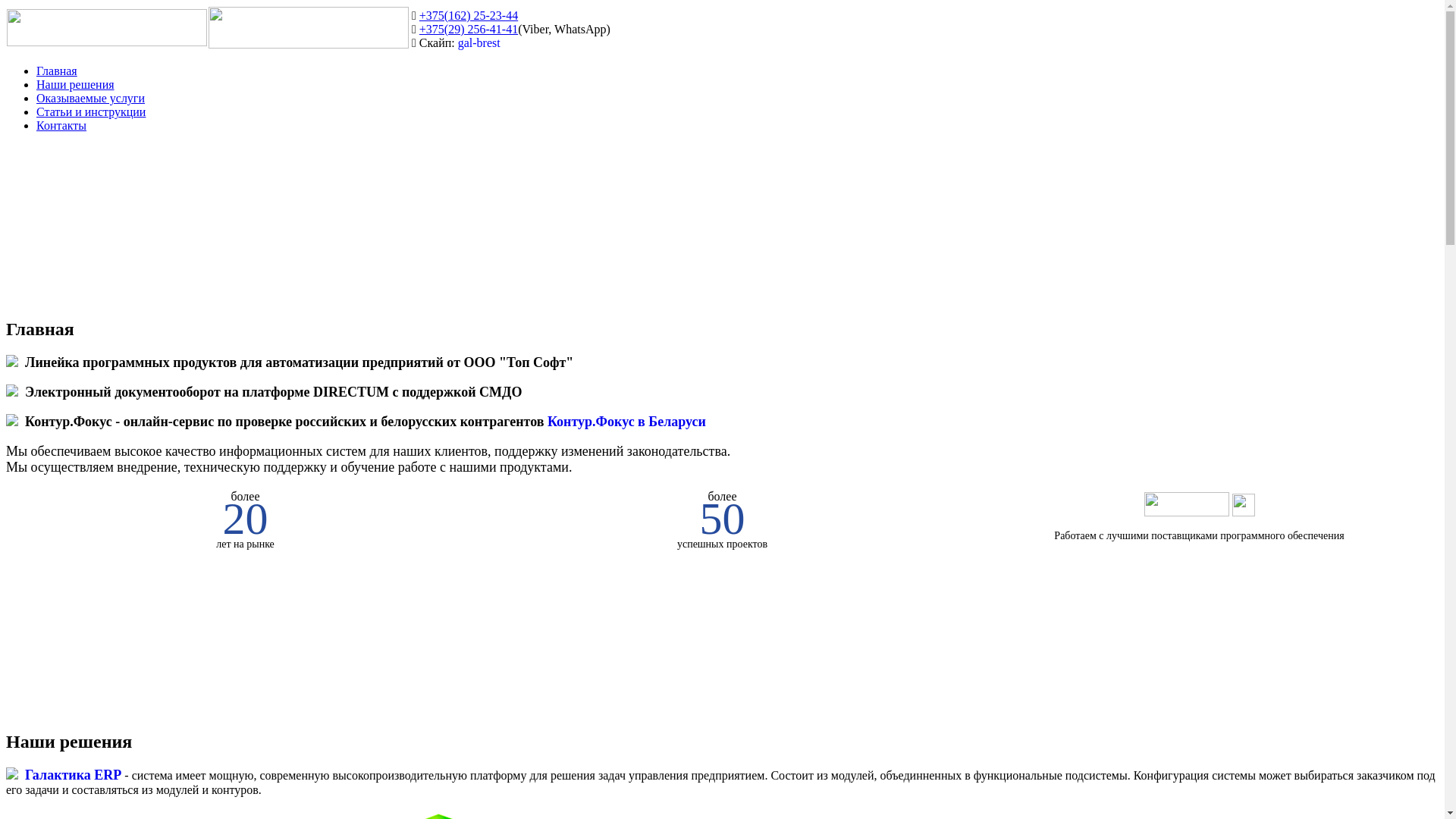  I want to click on 'gal-brest', so click(479, 42).